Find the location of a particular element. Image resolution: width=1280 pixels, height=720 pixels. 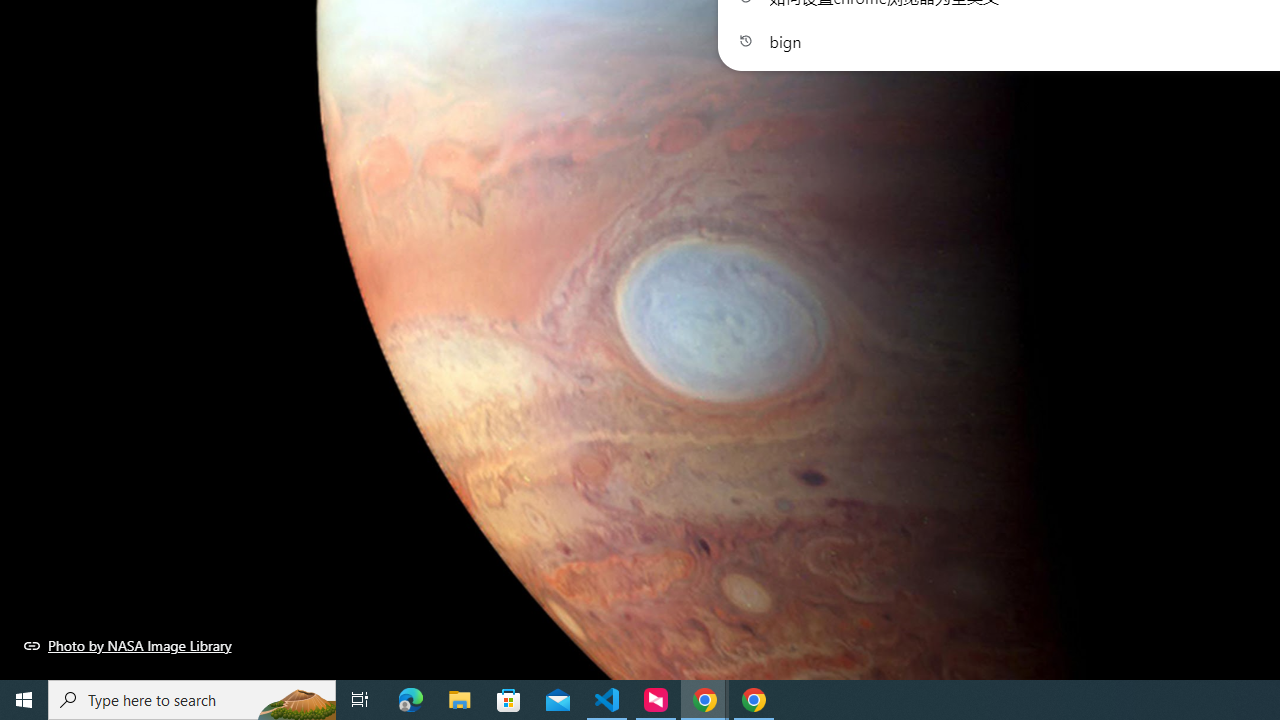

'Photo by NASA Image Library' is located at coordinates (127, 645).